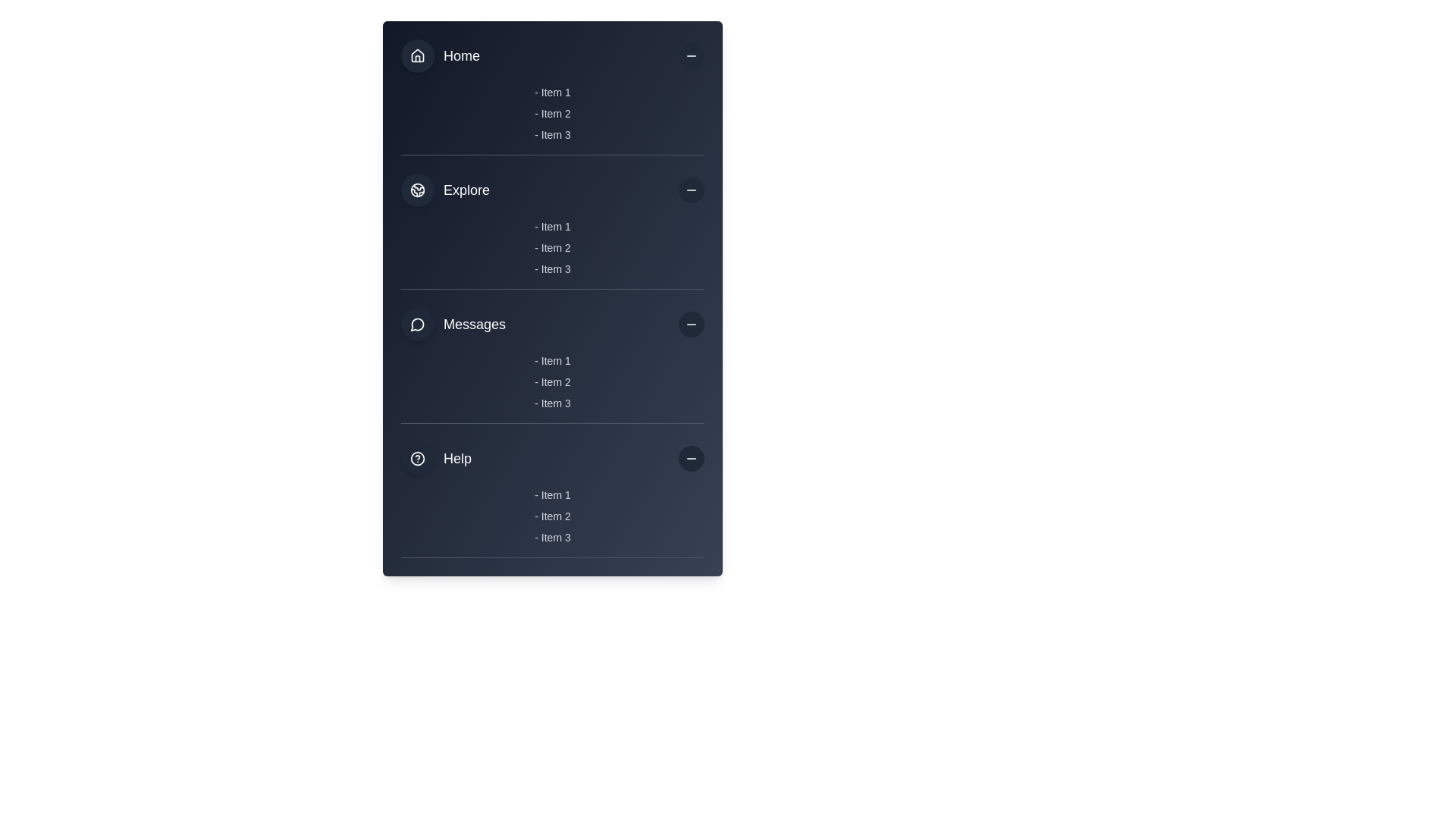  Describe the element at coordinates (691, 324) in the screenshot. I see `the small, rounded gray button with a minus icon at the far-right end of the 'Messages' section` at that location.